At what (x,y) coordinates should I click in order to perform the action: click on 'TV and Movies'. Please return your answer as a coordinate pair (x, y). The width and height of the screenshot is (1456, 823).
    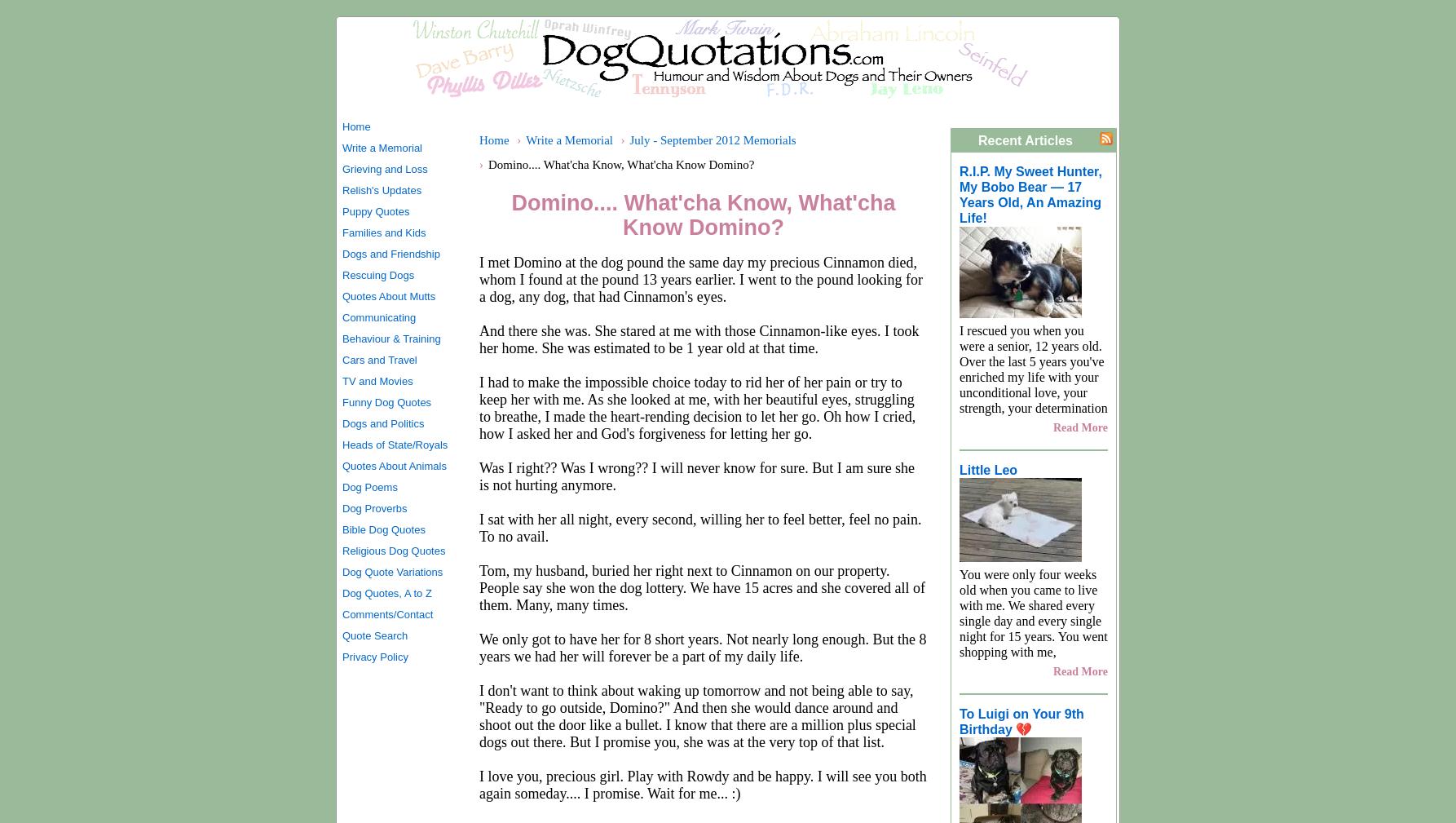
    Looking at the image, I should click on (376, 380).